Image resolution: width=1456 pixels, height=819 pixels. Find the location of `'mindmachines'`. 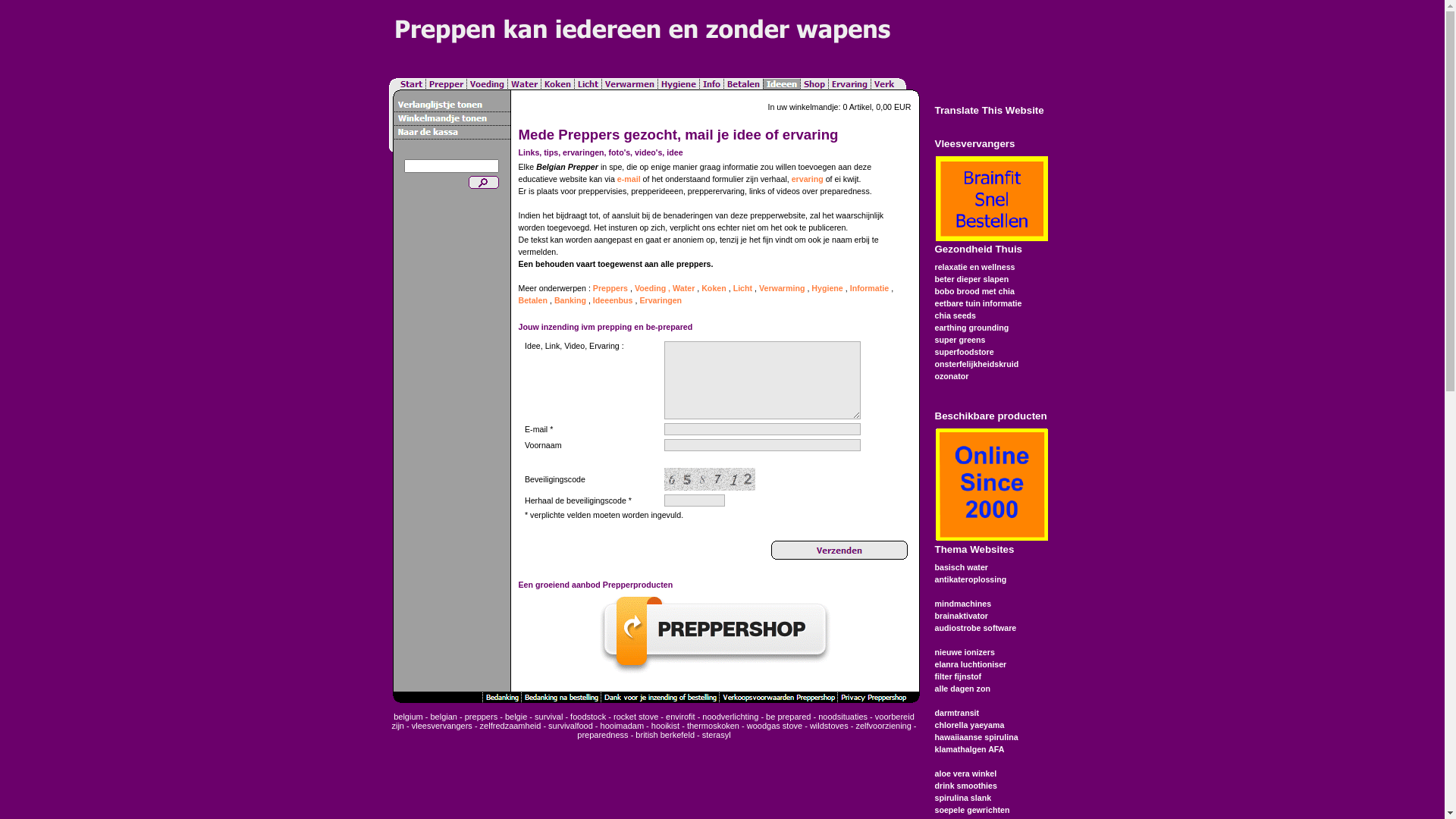

'mindmachines' is located at coordinates (962, 602).